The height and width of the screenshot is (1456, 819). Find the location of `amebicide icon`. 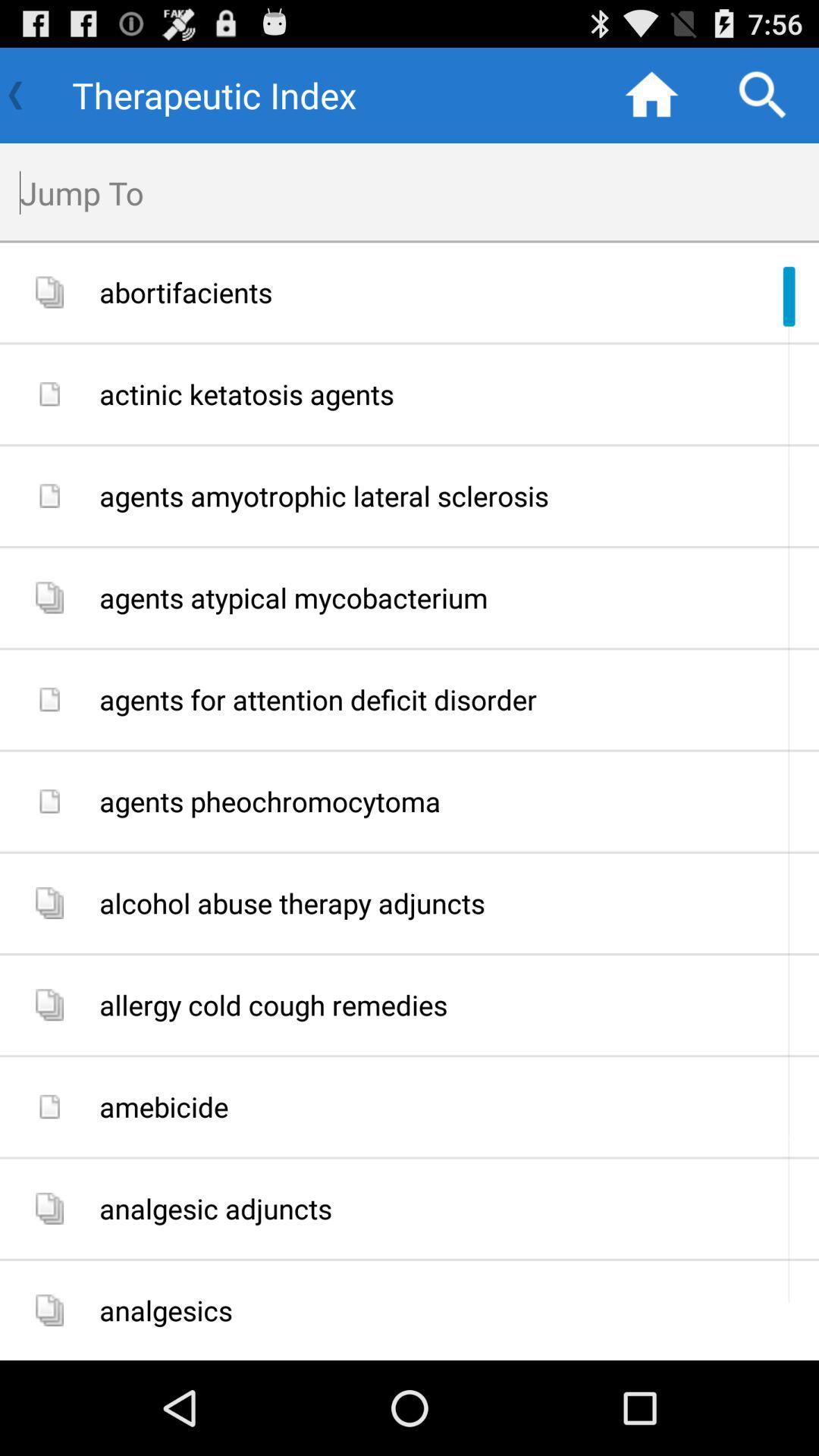

amebicide icon is located at coordinates (453, 1106).